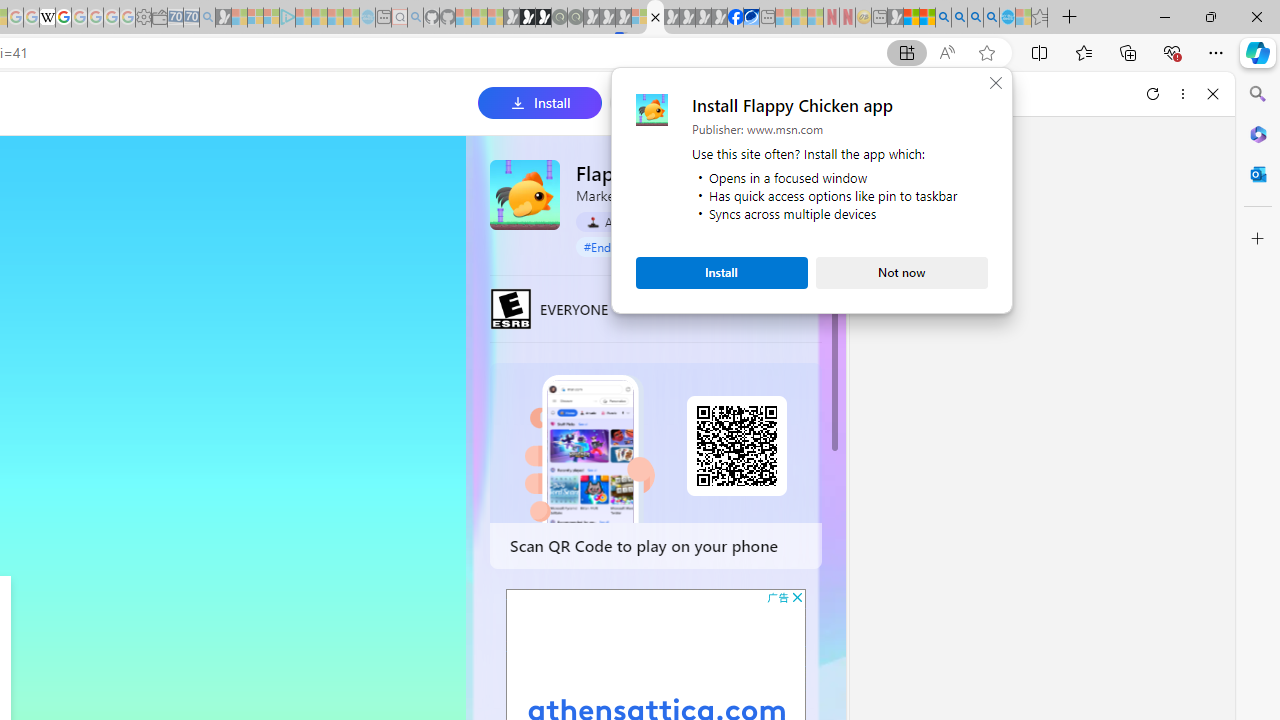  I want to click on 'Future Focus Report 2024 - Sleeping', so click(574, 17).